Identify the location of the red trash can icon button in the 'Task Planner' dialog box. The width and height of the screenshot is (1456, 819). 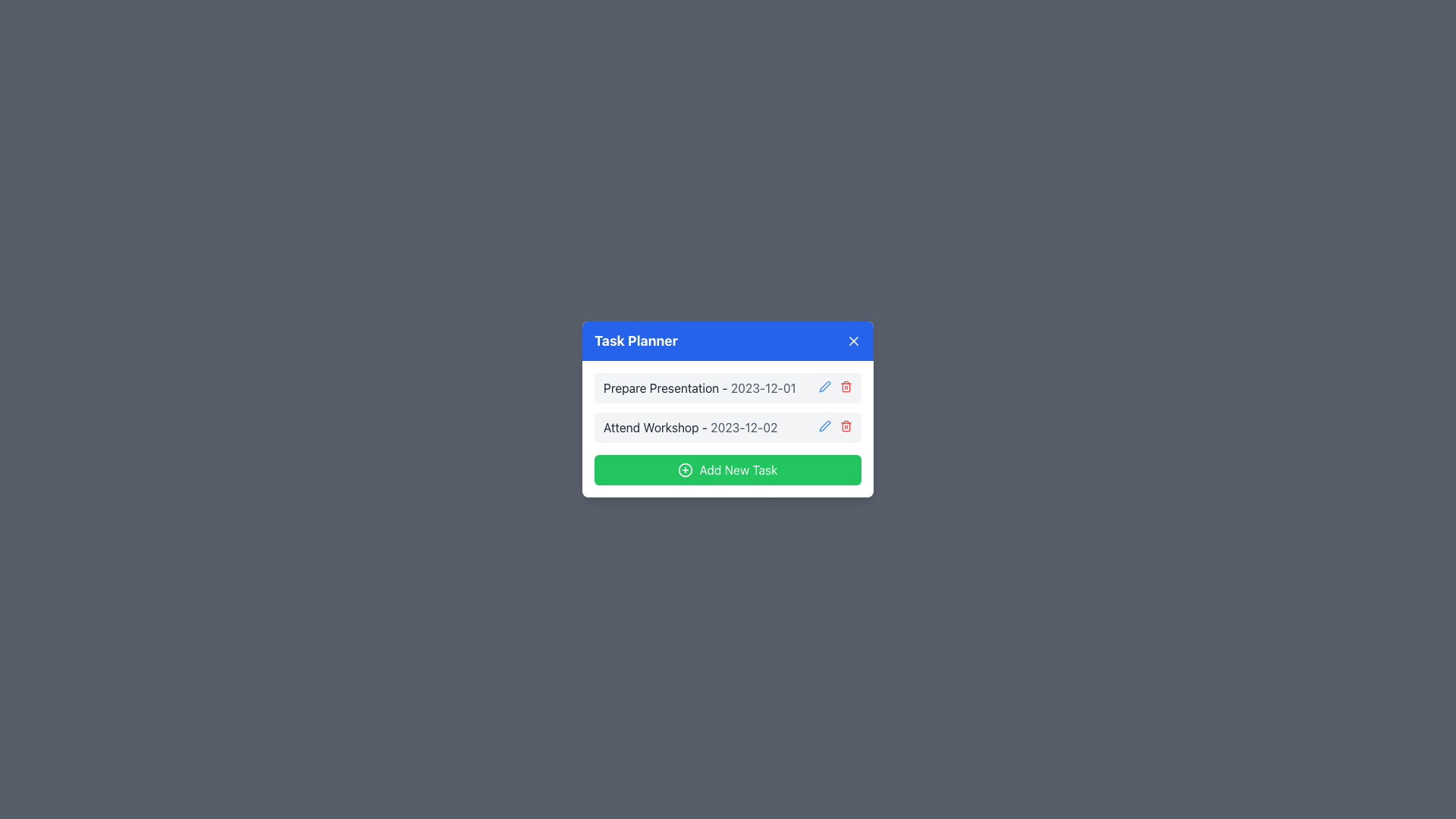
(846, 426).